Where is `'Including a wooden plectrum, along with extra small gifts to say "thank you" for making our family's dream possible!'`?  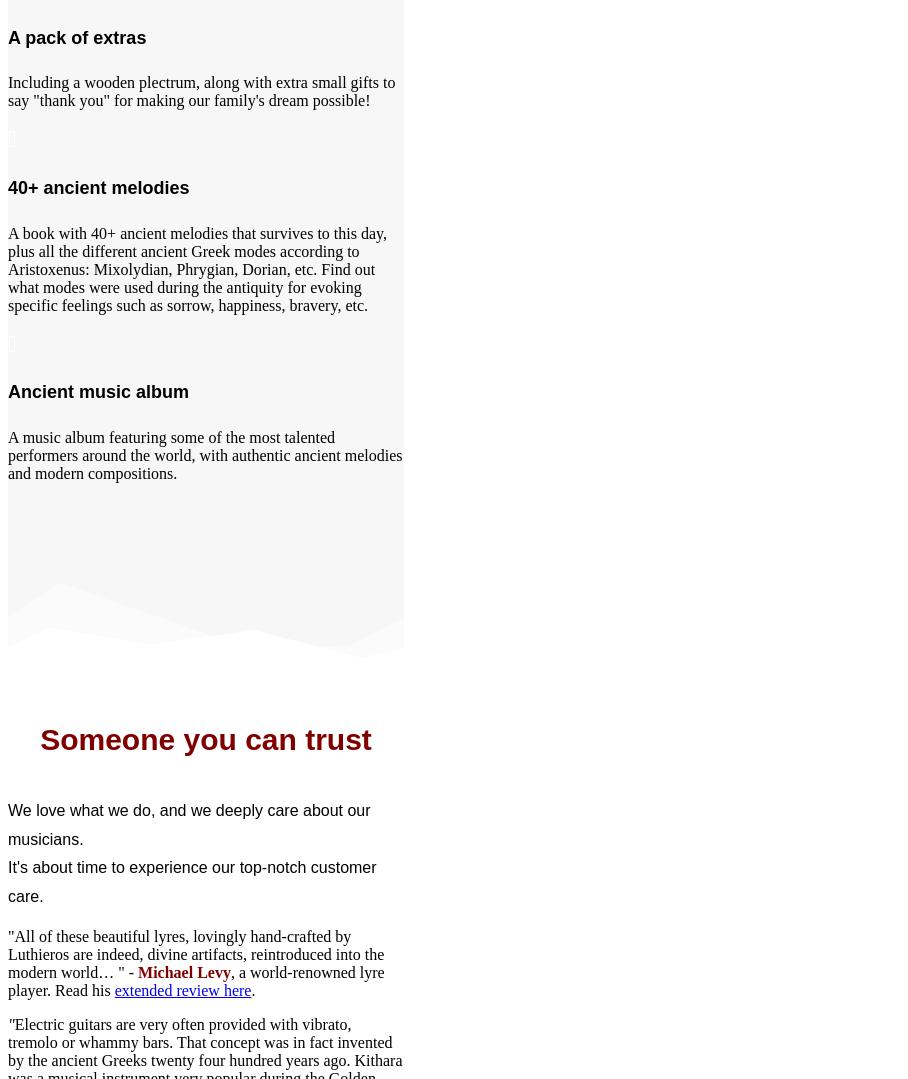 'Including a wooden plectrum, along with extra small gifts to say "thank you" for making our family's dream possible!' is located at coordinates (201, 91).